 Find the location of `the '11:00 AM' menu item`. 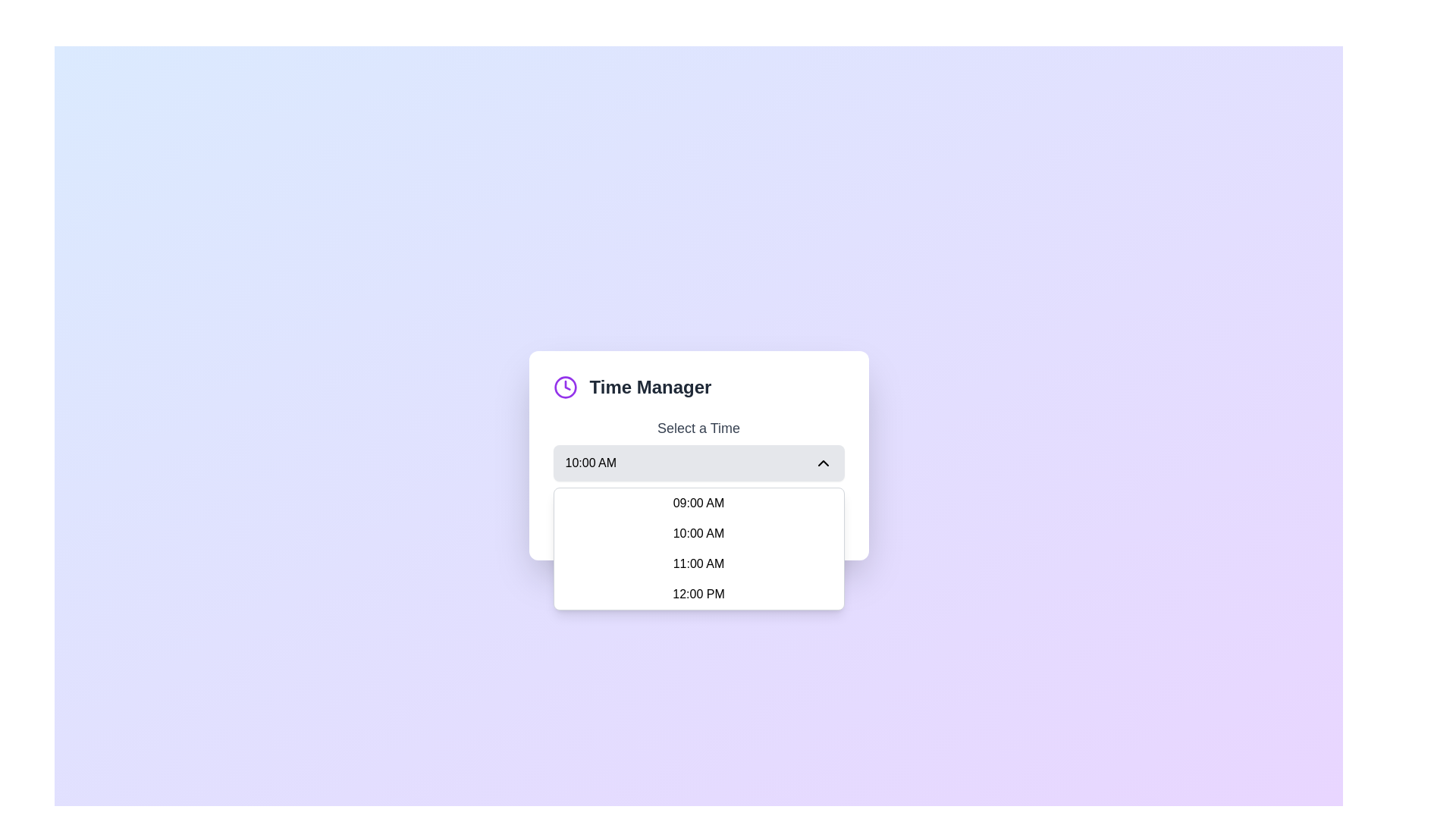

the '11:00 AM' menu item is located at coordinates (698, 564).